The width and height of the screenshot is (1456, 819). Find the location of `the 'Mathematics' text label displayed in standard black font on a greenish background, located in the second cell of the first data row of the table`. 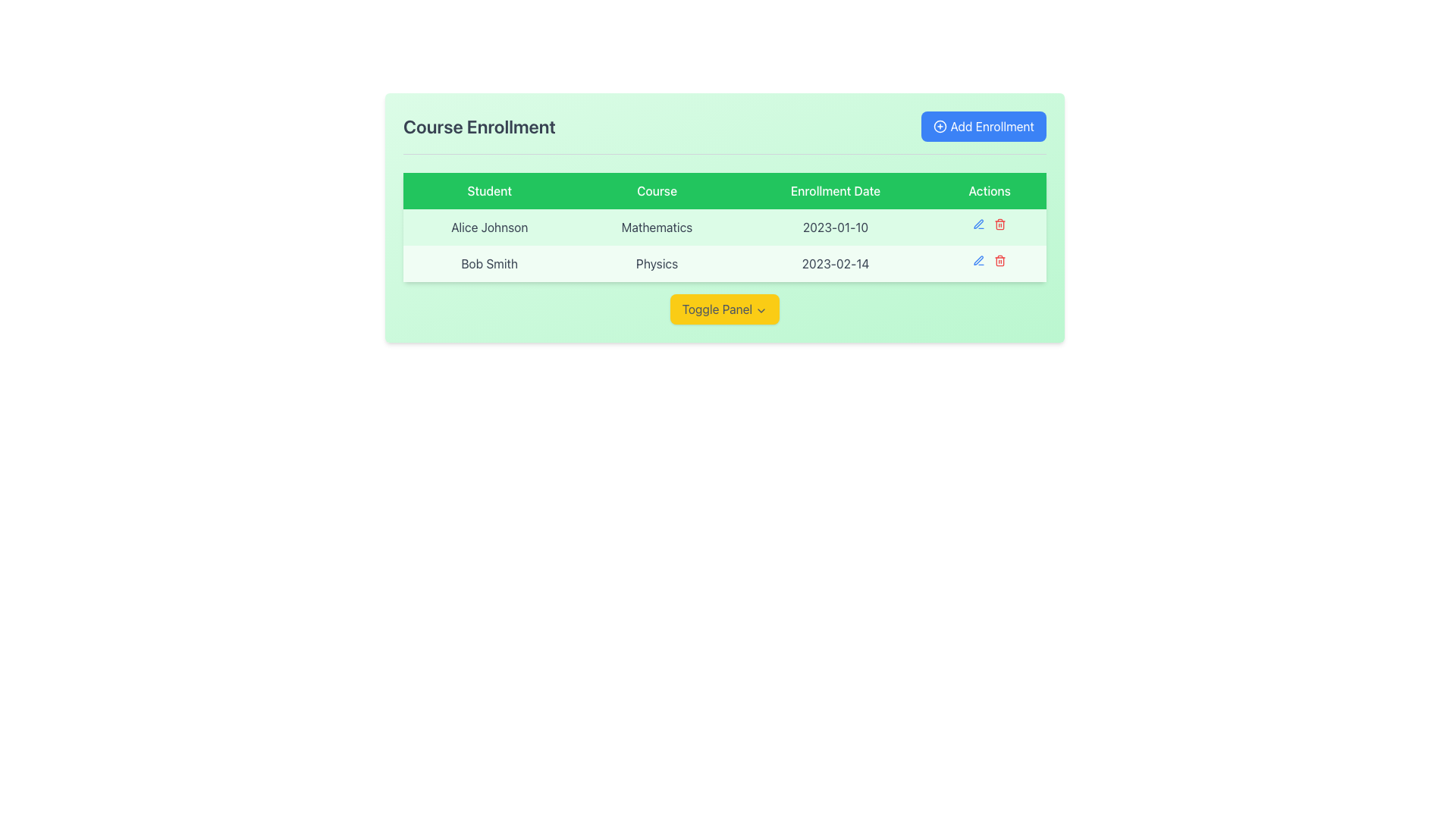

the 'Mathematics' text label displayed in standard black font on a greenish background, located in the second cell of the first data row of the table is located at coordinates (657, 227).